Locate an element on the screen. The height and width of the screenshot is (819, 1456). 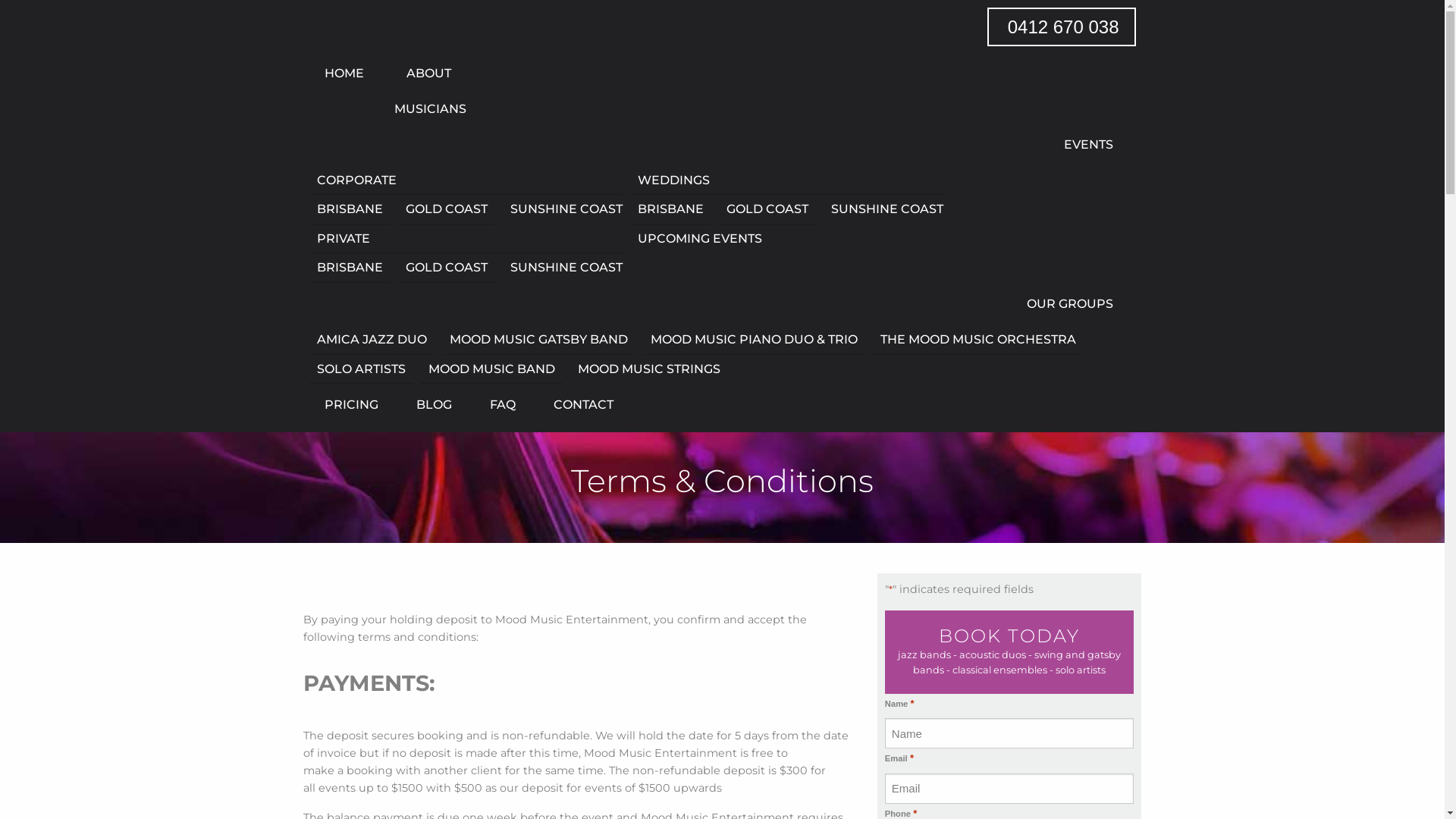
'MOOD MUSIC PIANO DUO & TRIO' is located at coordinates (754, 339).